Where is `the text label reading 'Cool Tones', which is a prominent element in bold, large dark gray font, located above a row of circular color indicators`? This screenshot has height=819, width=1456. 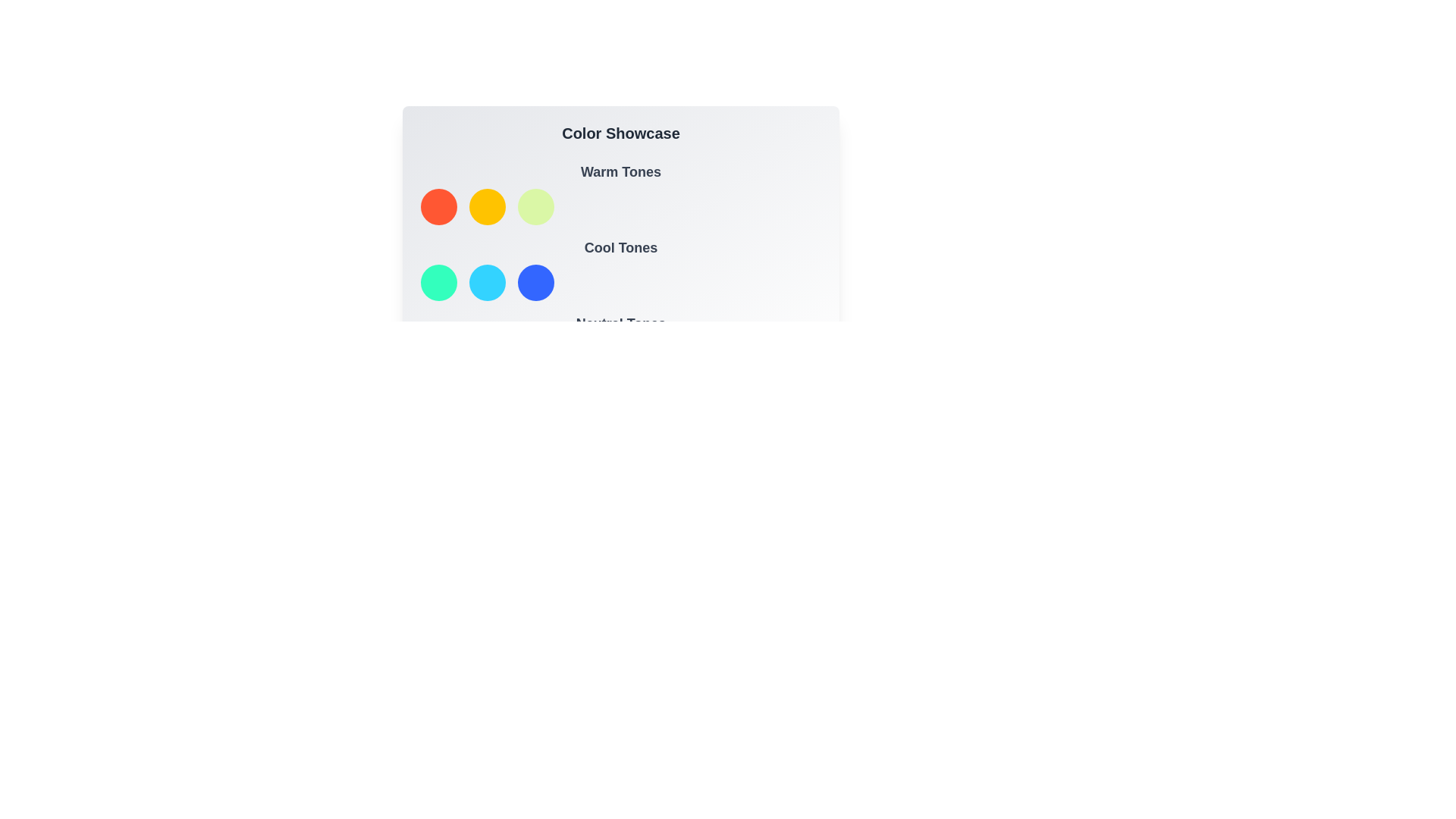 the text label reading 'Cool Tones', which is a prominent element in bold, large dark gray font, located above a row of circular color indicators is located at coordinates (621, 247).